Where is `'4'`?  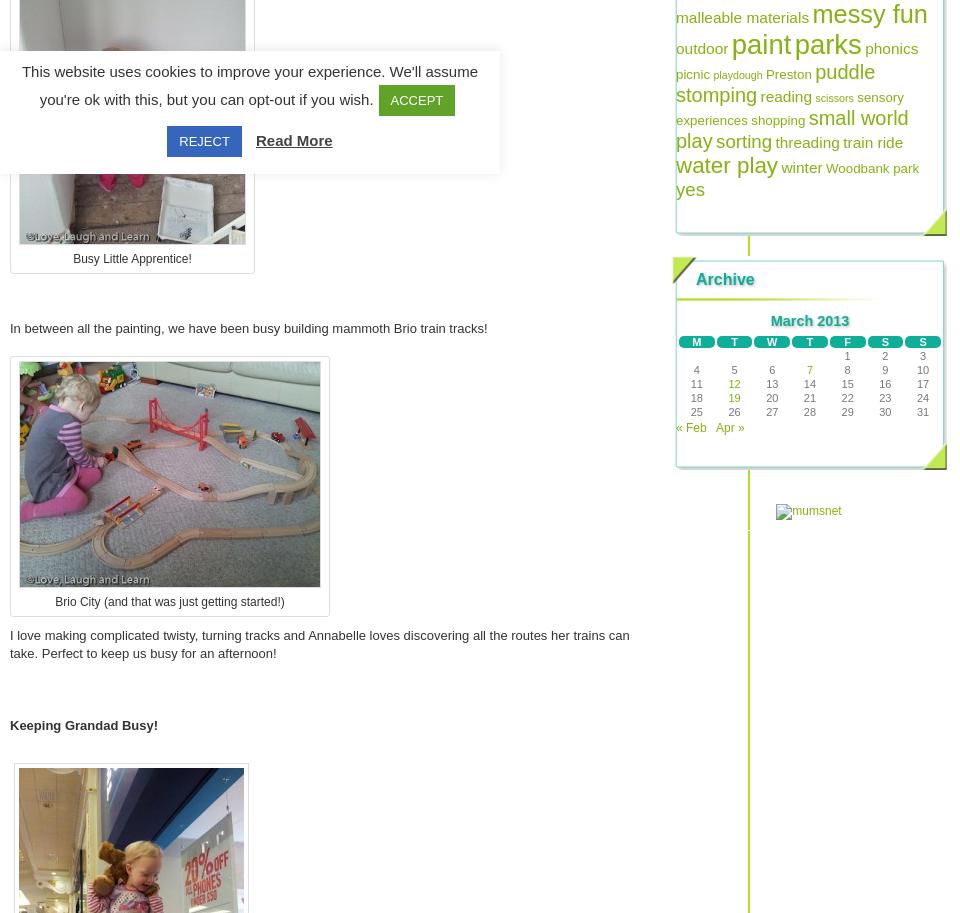
'4' is located at coordinates (696, 370).